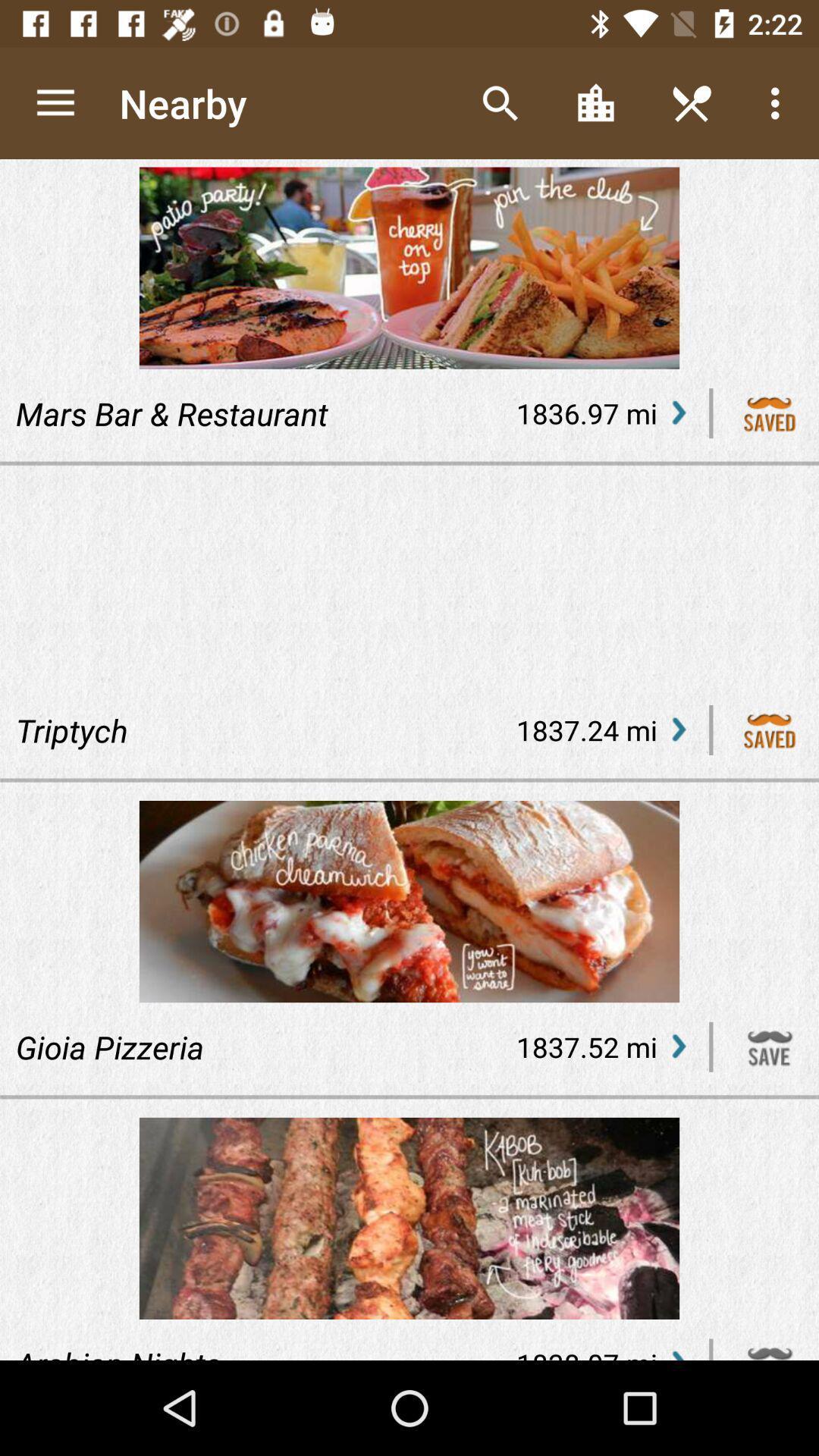 The height and width of the screenshot is (1456, 819). What do you see at coordinates (770, 1046) in the screenshot?
I see `the website` at bounding box center [770, 1046].